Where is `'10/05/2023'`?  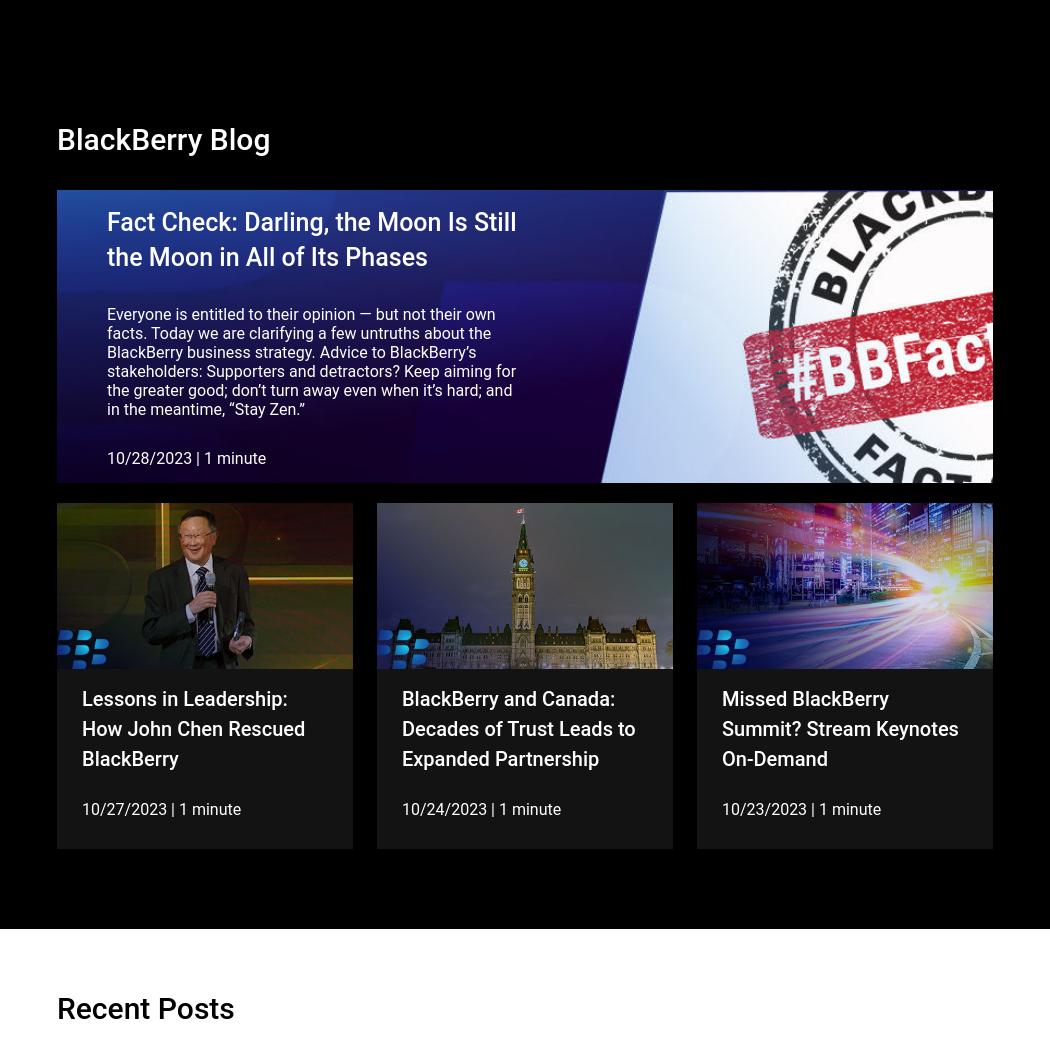
'10/05/2023' is located at coordinates (410, 875).